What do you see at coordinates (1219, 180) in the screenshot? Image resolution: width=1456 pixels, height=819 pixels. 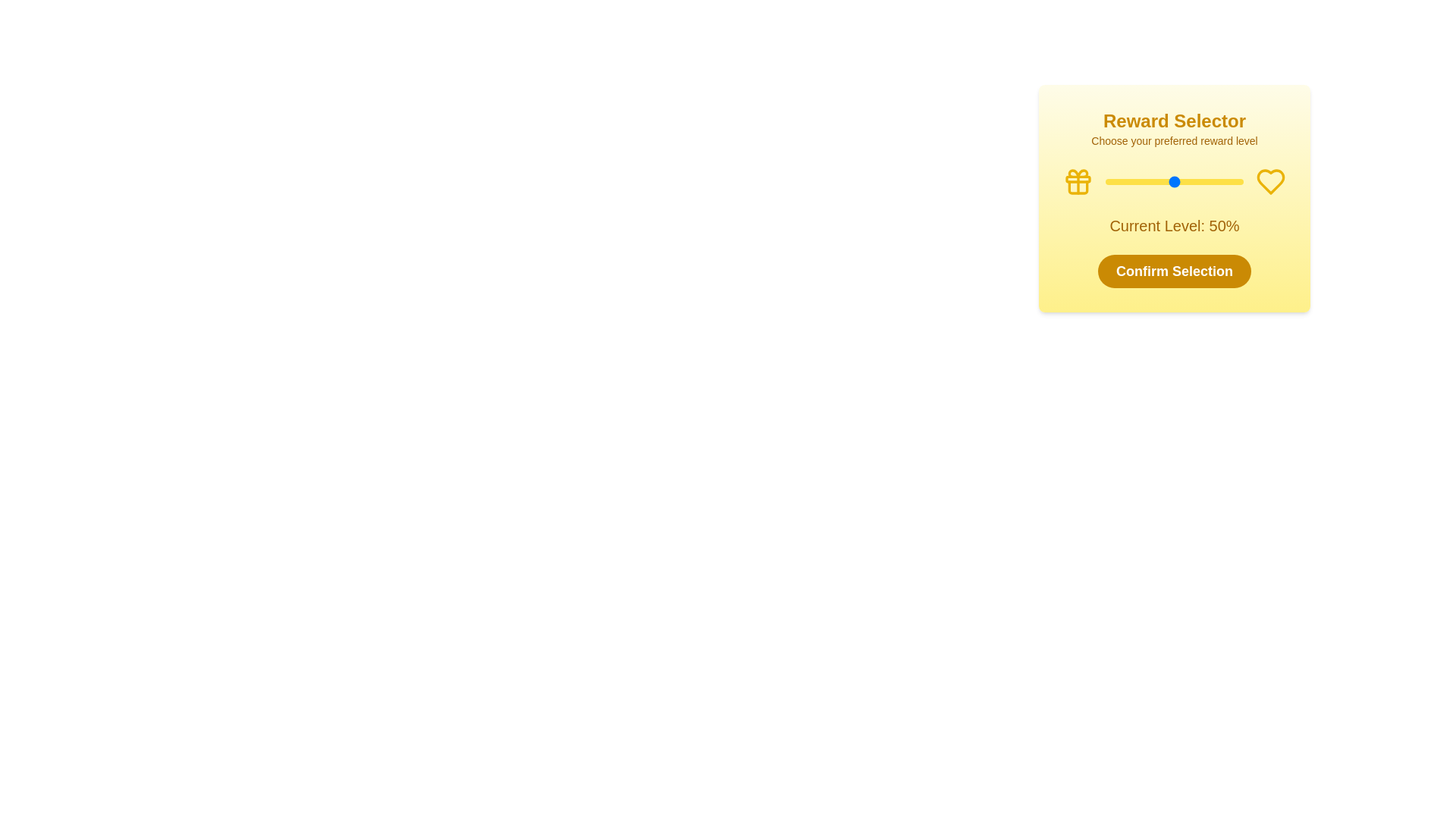 I see `the reward level` at bounding box center [1219, 180].